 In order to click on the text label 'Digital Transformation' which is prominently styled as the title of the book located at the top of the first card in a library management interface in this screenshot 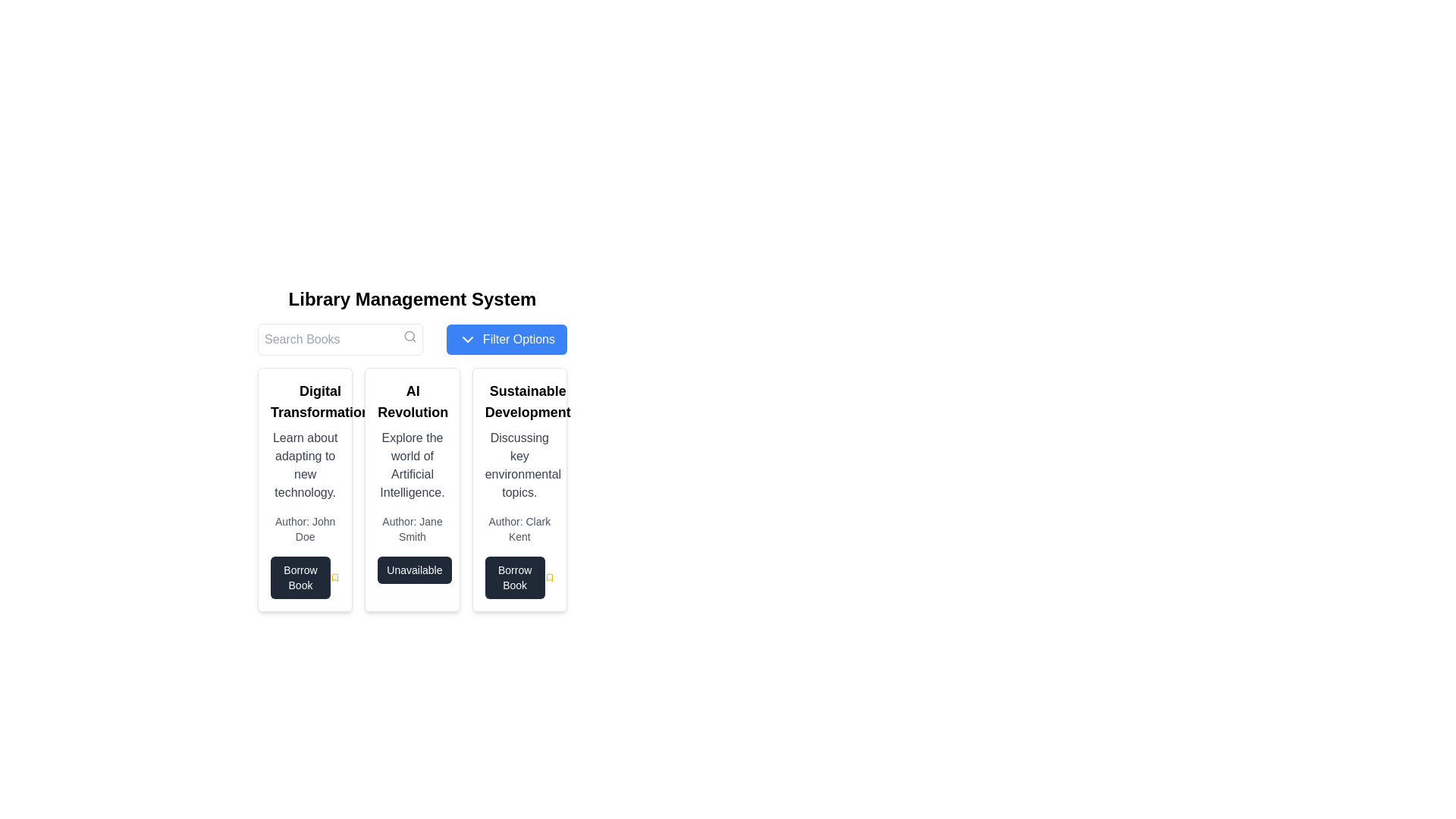, I will do `click(304, 400)`.